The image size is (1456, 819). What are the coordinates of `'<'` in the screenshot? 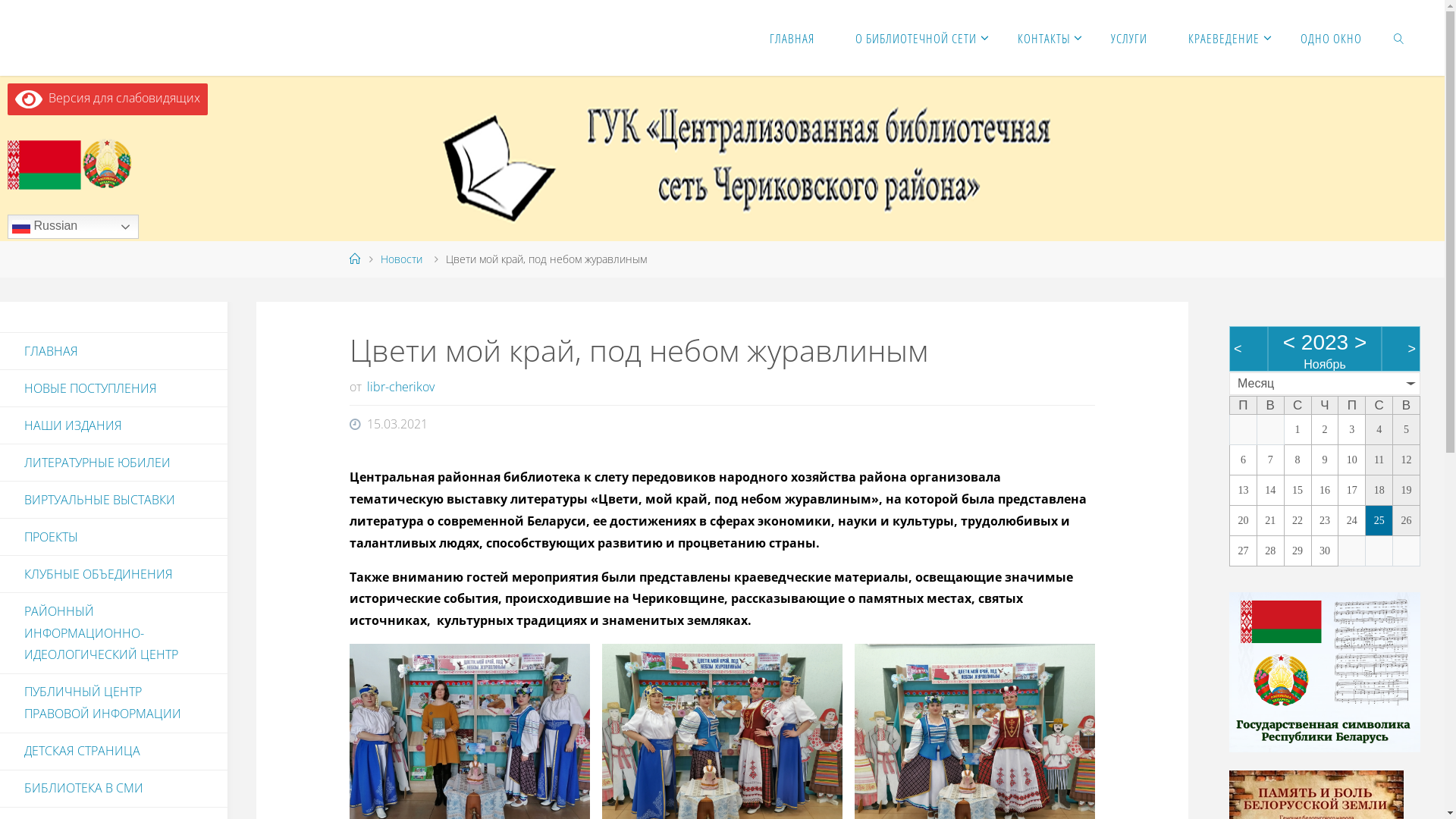 It's located at (1238, 348).